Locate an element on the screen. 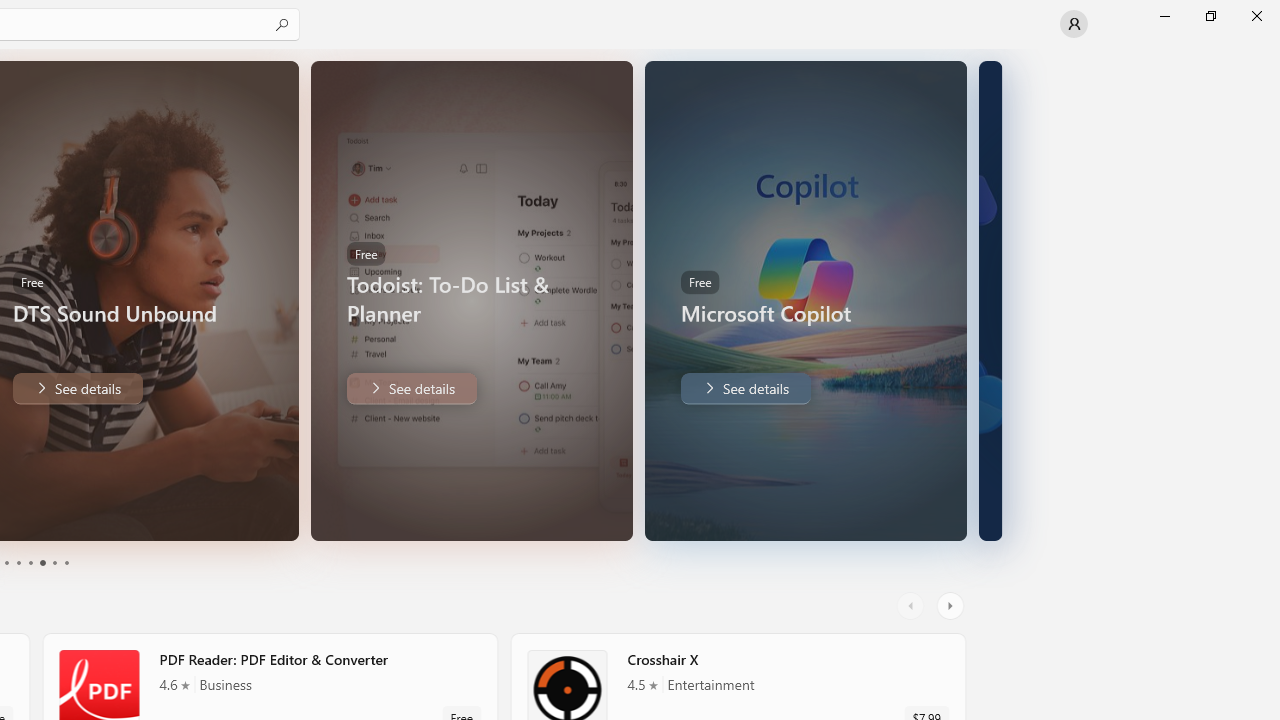  'AutomationID: LeftScrollButton' is located at coordinates (912, 605).